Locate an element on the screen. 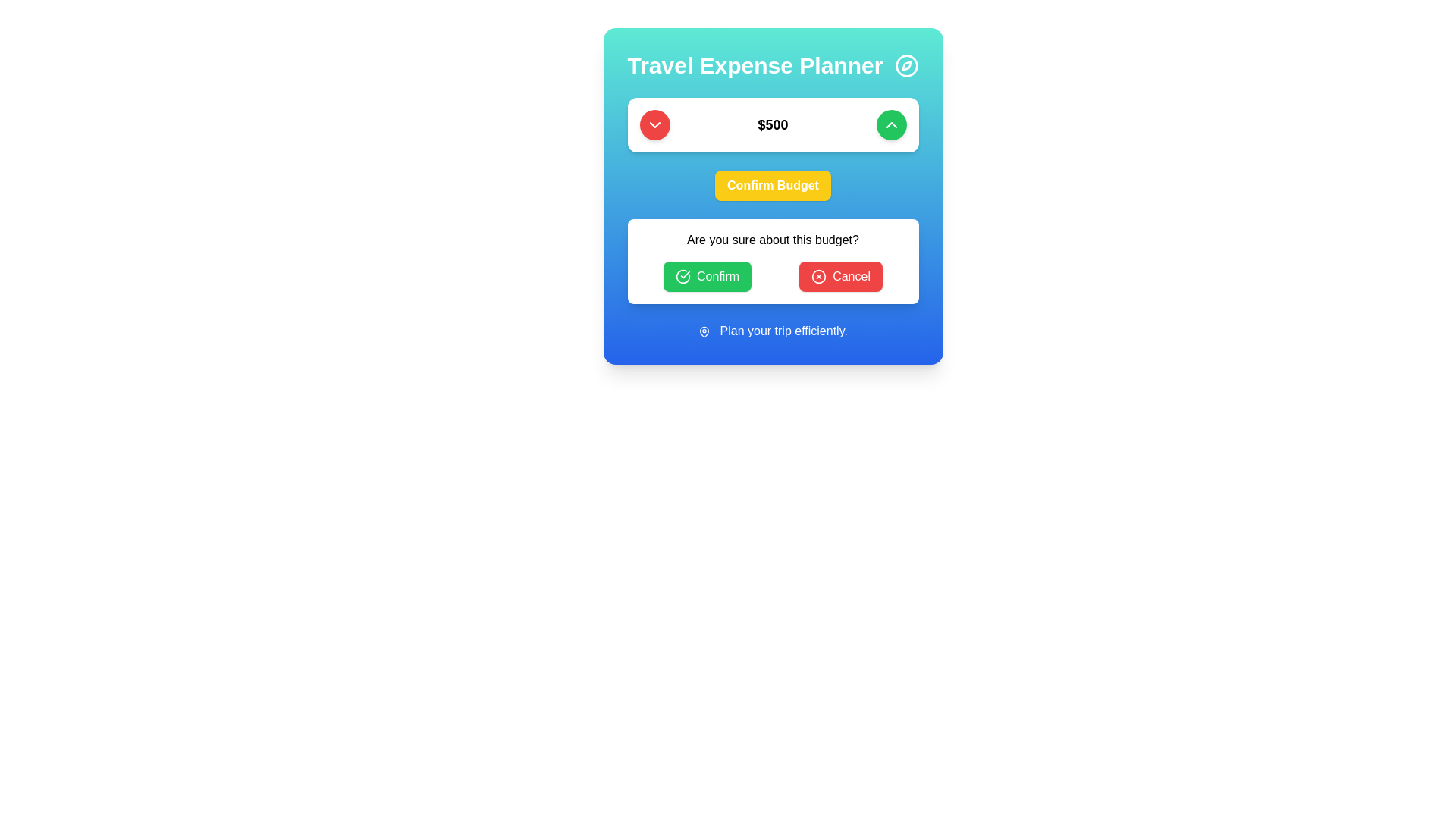 This screenshot has height=819, width=1456. the cancel or close button icon (circle) located at the top-left corner of the modal interface, above the title 'Travel Expense Planner' is located at coordinates (818, 277).